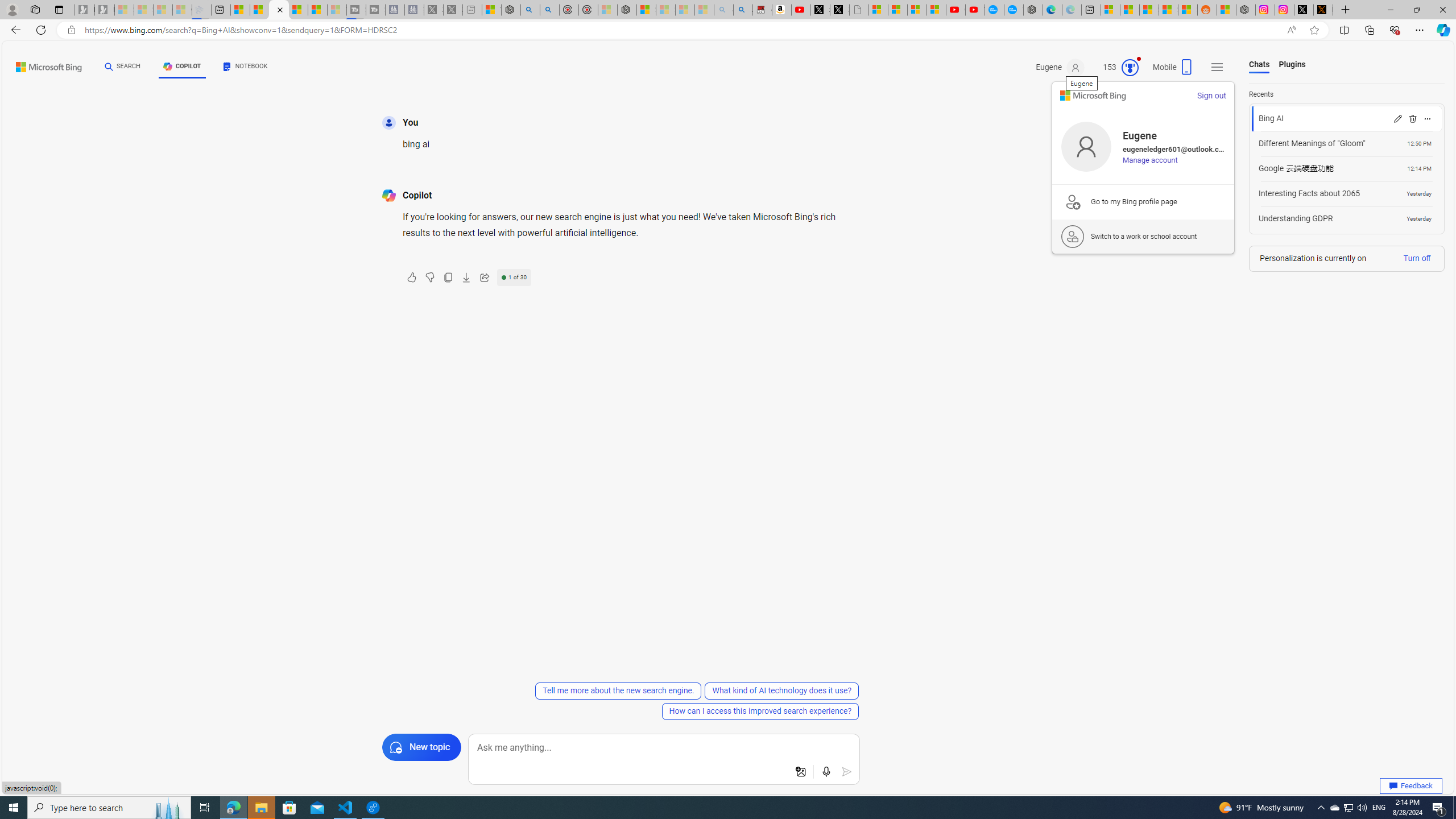 This screenshot has height=819, width=1456. What do you see at coordinates (975, 9) in the screenshot?
I see `'YouTube Kids - An App Created for Kids to Explore Content'` at bounding box center [975, 9].